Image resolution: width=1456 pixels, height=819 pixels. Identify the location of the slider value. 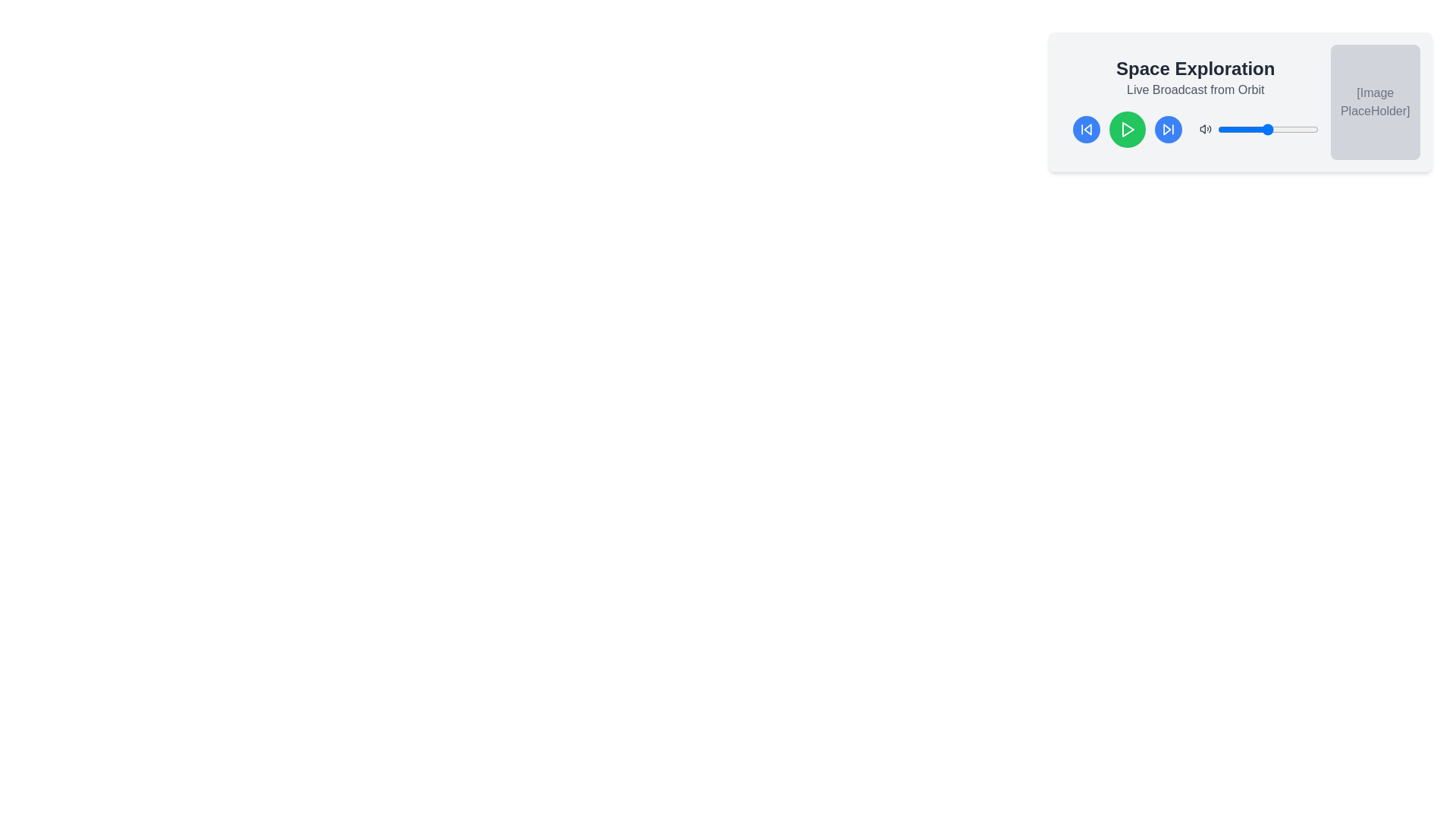
(1311, 128).